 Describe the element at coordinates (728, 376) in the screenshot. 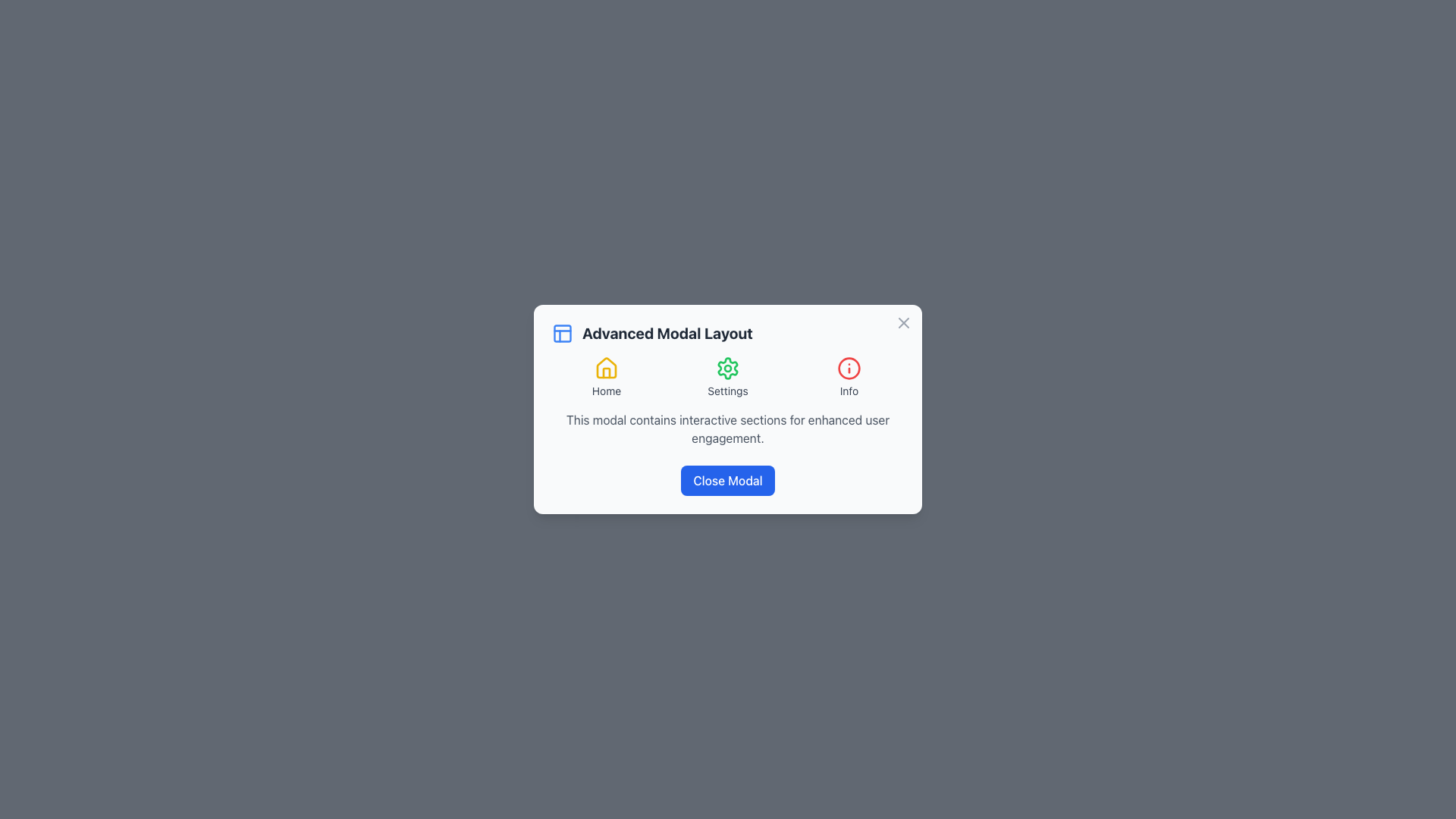

I see `the green gear-shaped Settings button located in the middle of a row of three options in the lower section of a modal dialog` at that location.